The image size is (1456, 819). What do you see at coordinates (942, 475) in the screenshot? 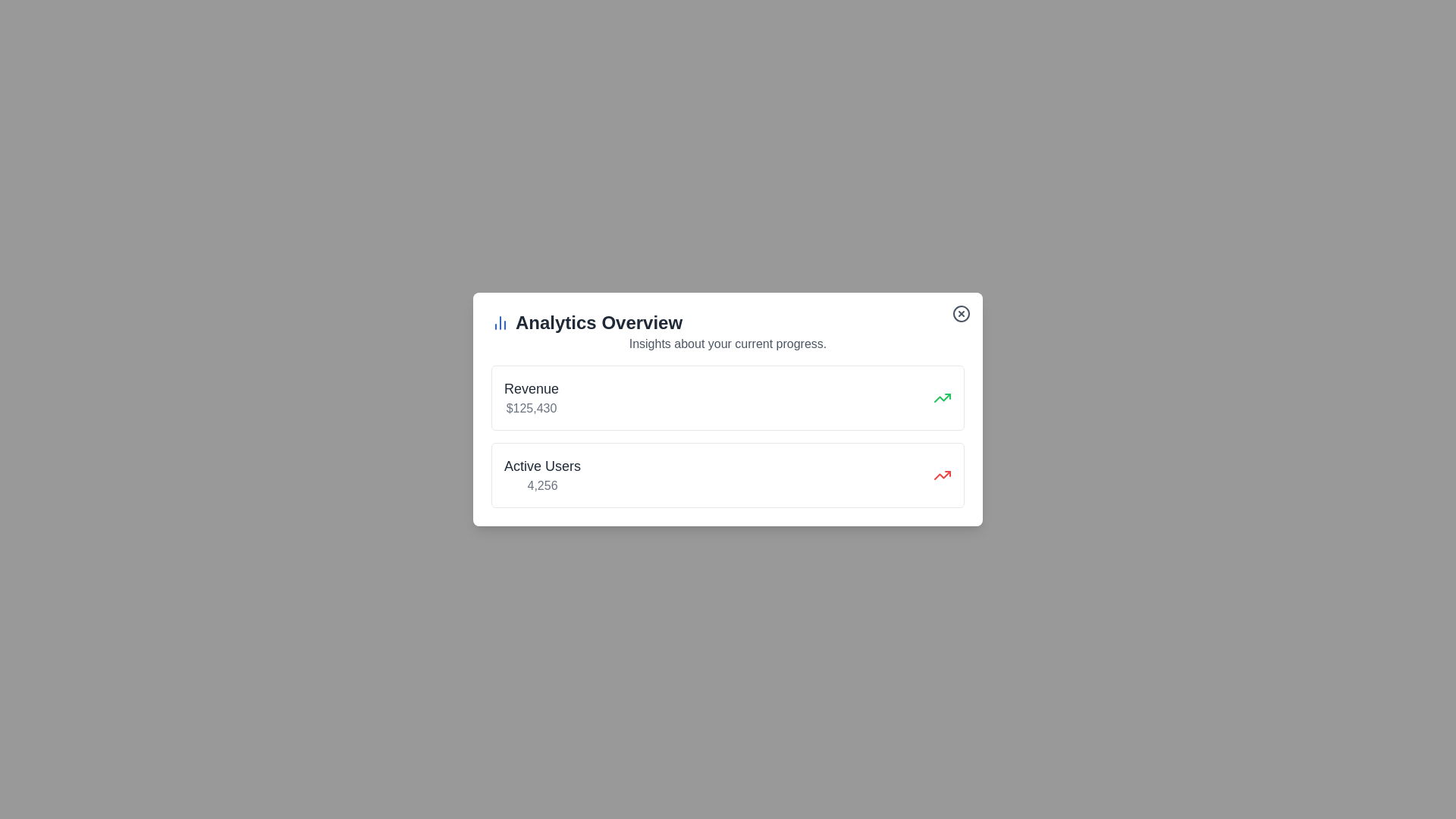
I see `the increase icon indicating 'Active Users' metric on the right side of the '4,256' text in the second card under the 'Analytics Overview' section` at bounding box center [942, 475].